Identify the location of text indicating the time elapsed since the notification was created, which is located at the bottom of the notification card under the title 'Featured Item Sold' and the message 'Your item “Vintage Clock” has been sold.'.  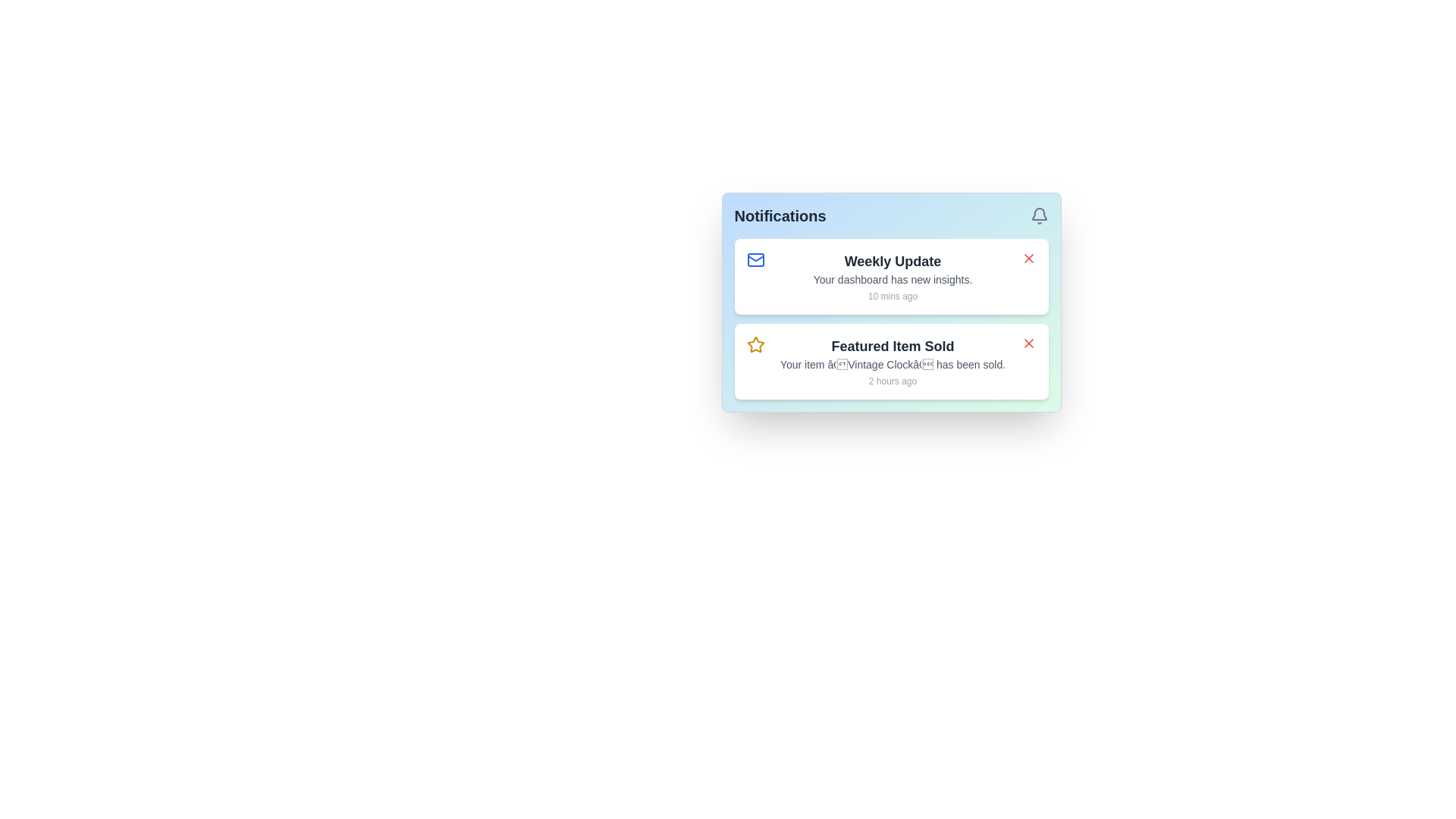
(893, 380).